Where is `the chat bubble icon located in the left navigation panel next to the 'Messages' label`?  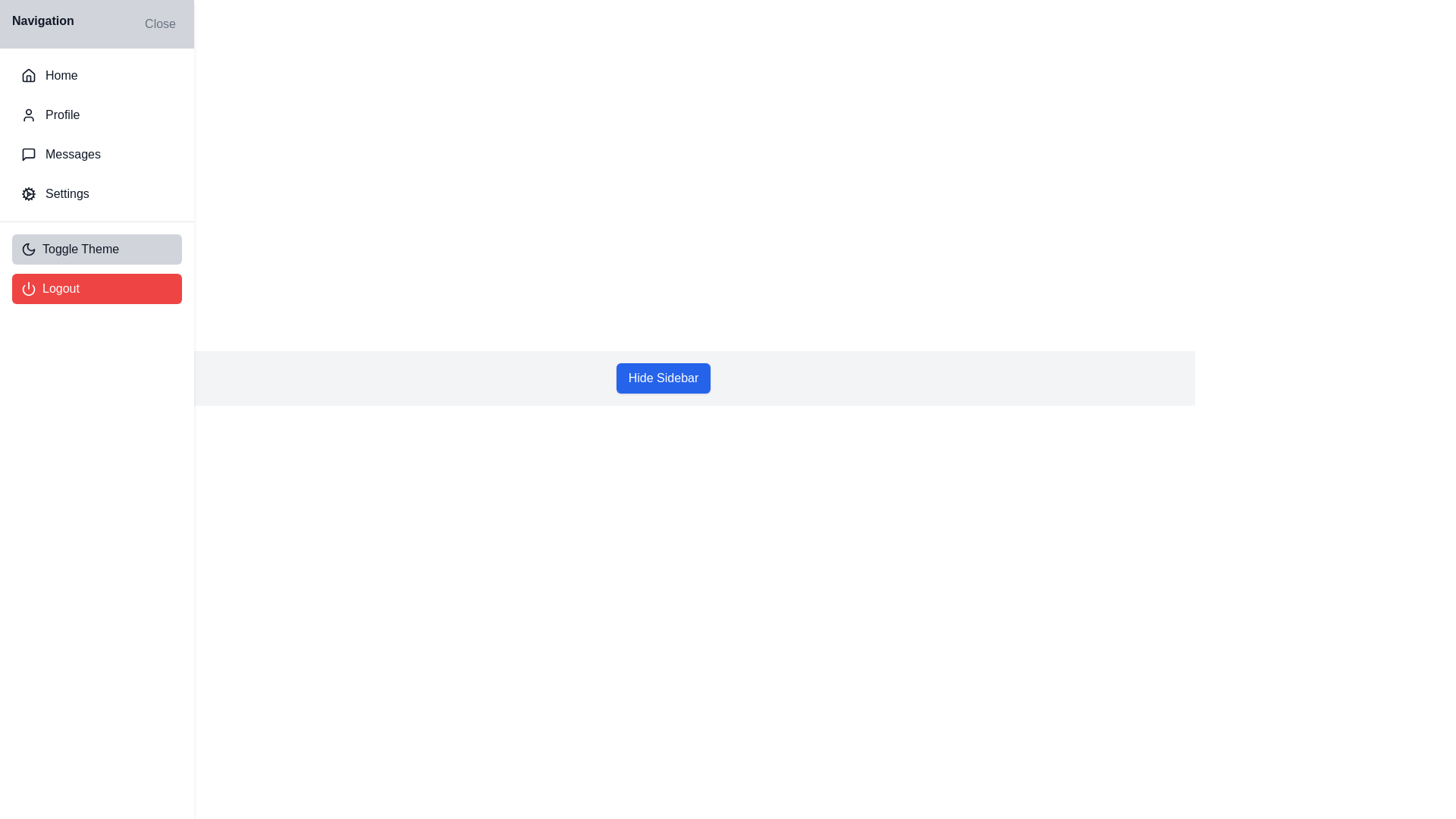
the chat bubble icon located in the left navigation panel next to the 'Messages' label is located at coordinates (29, 155).